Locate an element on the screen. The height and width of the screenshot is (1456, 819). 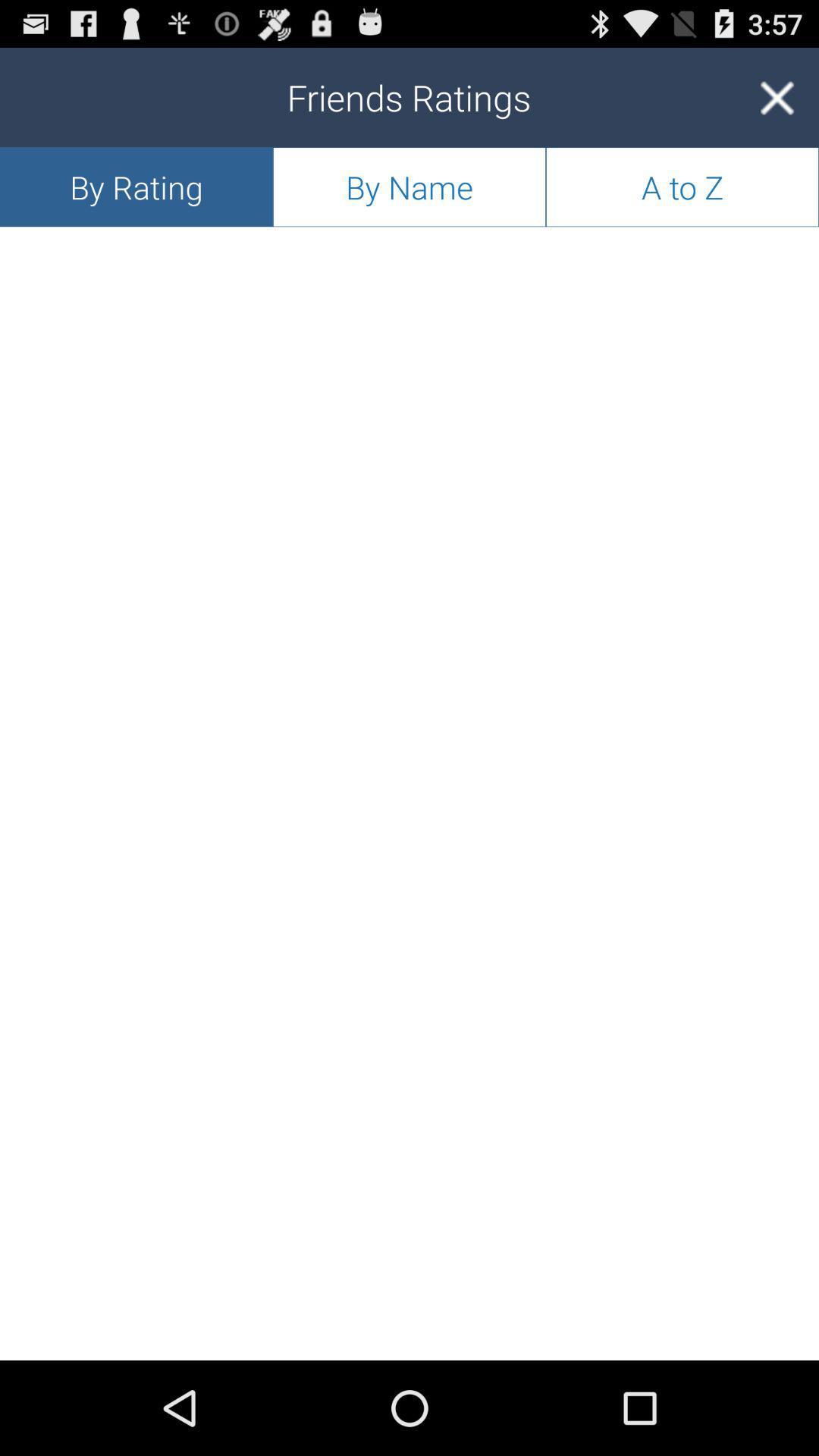
app to the right of by rating item is located at coordinates (409, 186).